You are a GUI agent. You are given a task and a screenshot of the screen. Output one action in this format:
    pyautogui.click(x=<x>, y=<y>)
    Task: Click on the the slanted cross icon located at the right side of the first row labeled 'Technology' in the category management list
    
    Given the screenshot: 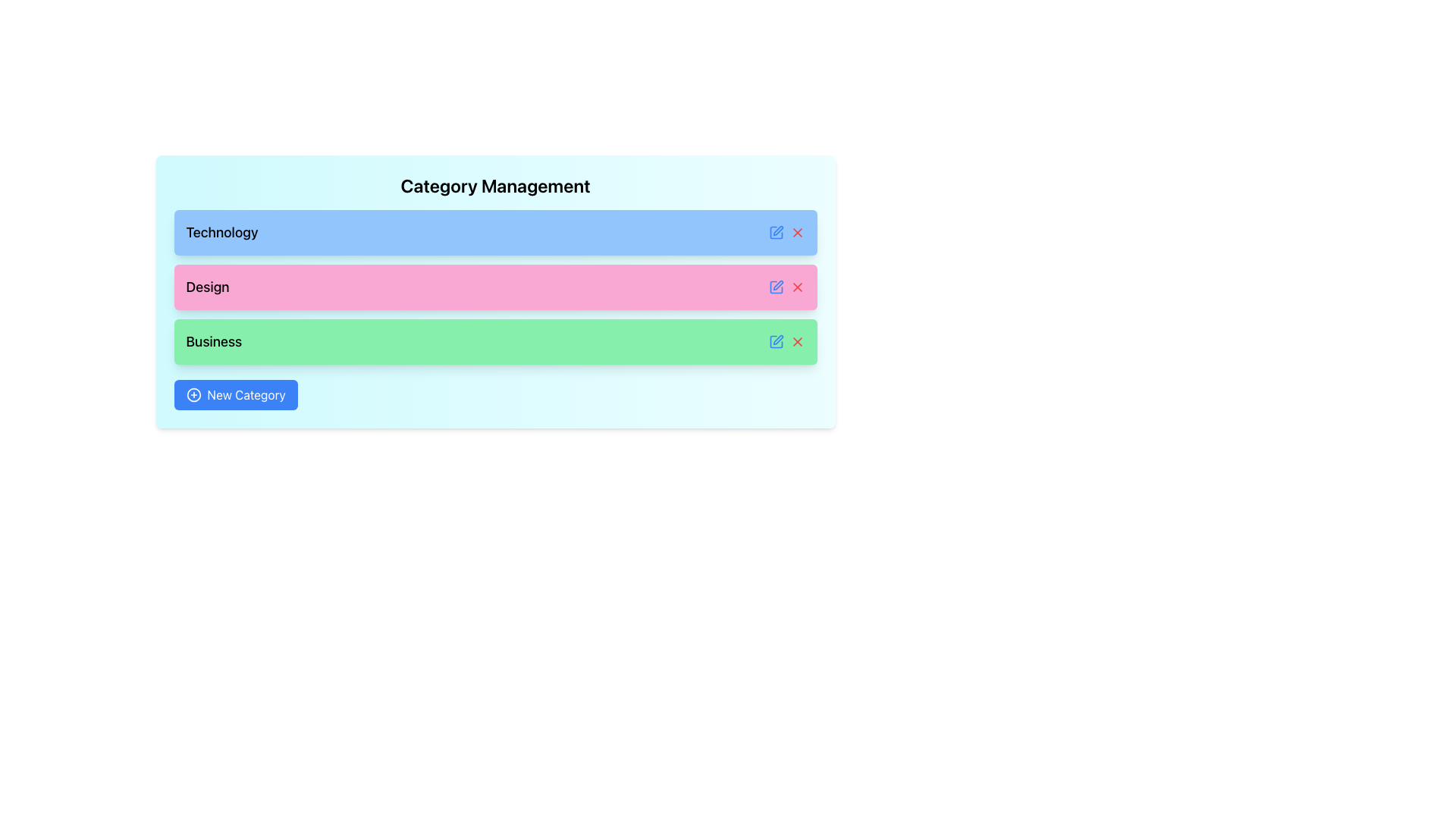 What is the action you would take?
    pyautogui.click(x=796, y=233)
    